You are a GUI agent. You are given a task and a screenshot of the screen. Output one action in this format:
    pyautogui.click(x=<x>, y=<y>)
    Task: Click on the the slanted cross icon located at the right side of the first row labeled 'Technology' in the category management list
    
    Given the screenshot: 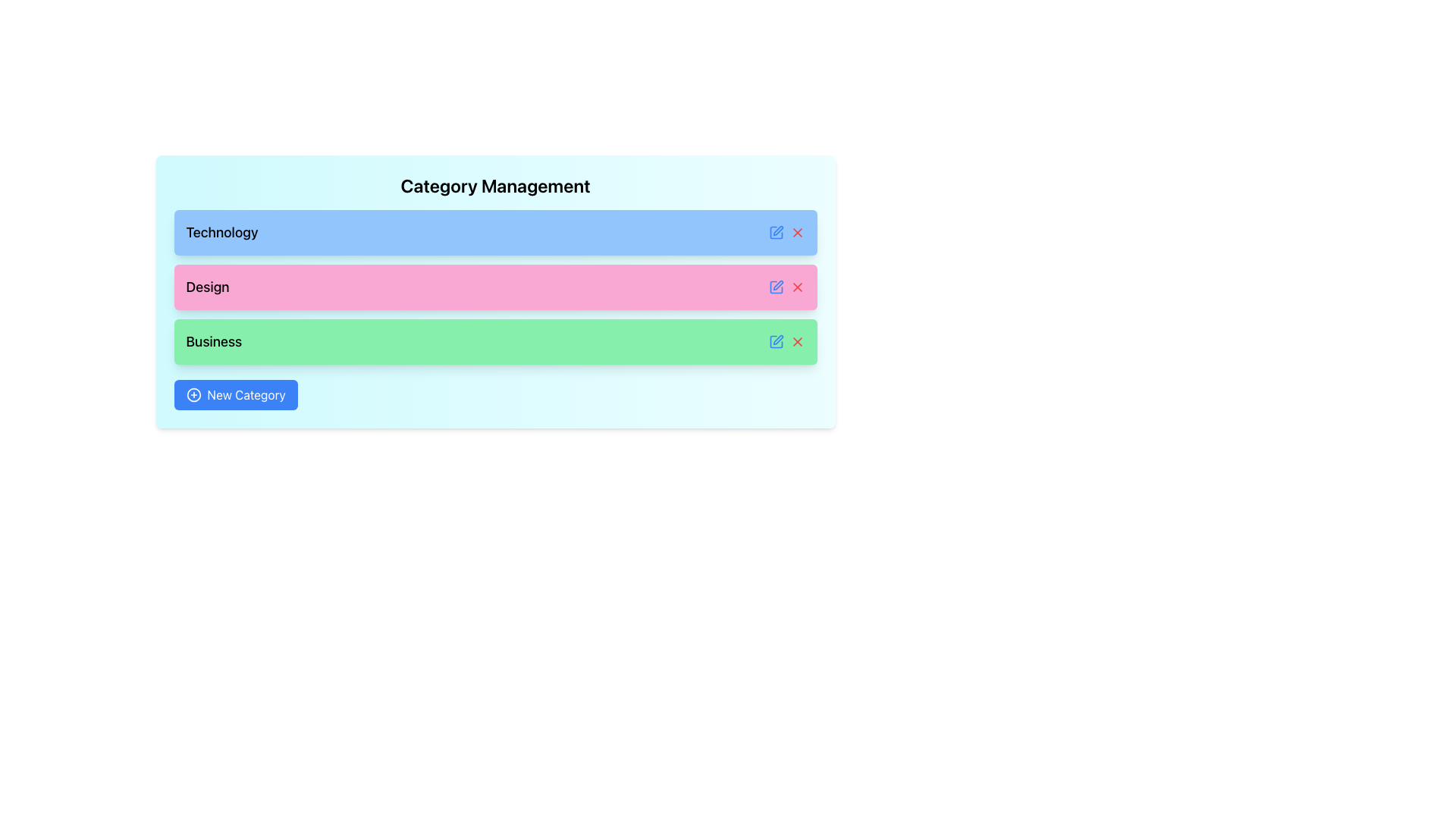 What is the action you would take?
    pyautogui.click(x=796, y=233)
    